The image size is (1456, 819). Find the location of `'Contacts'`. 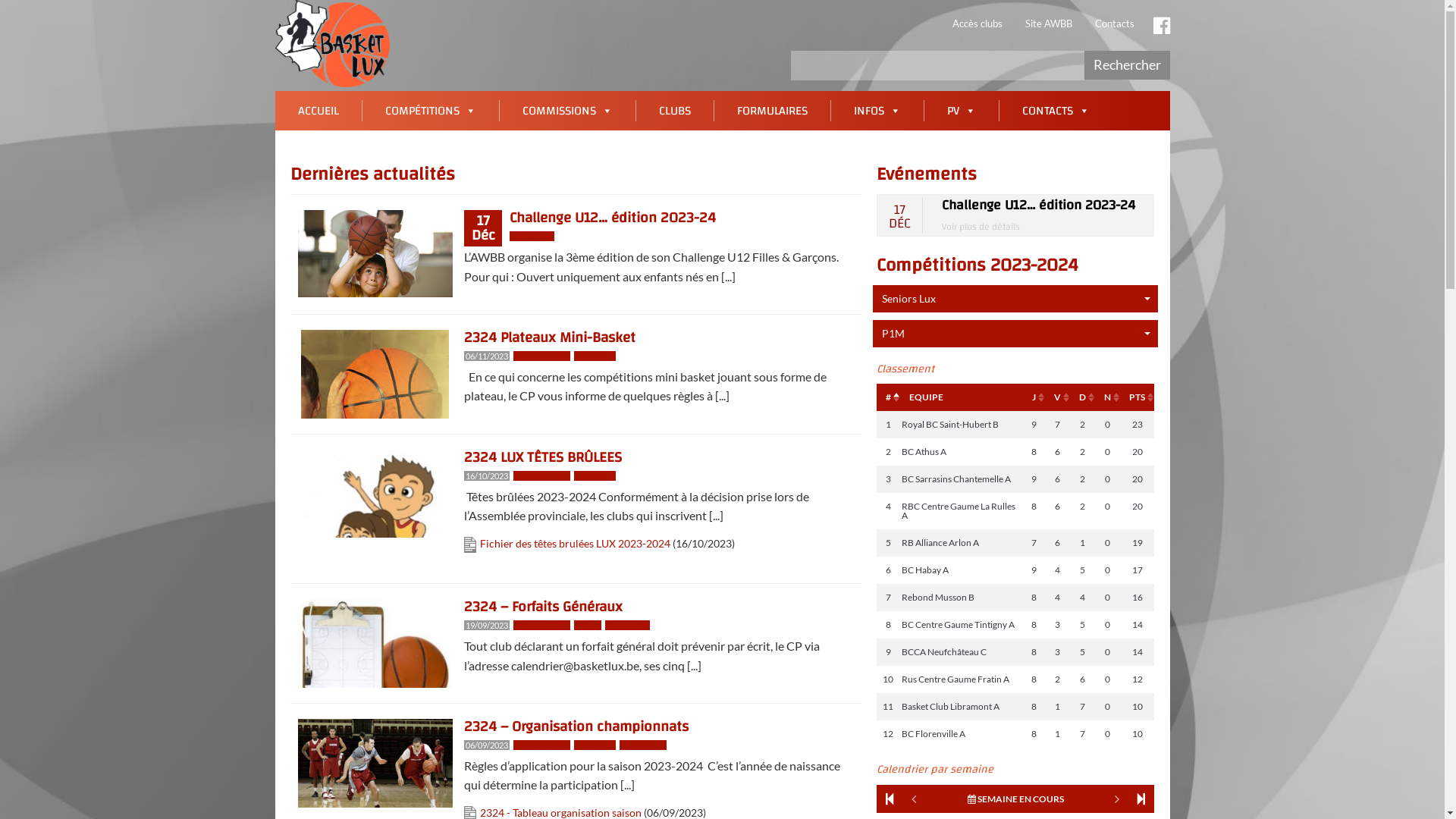

'Contacts' is located at coordinates (1113, 23).